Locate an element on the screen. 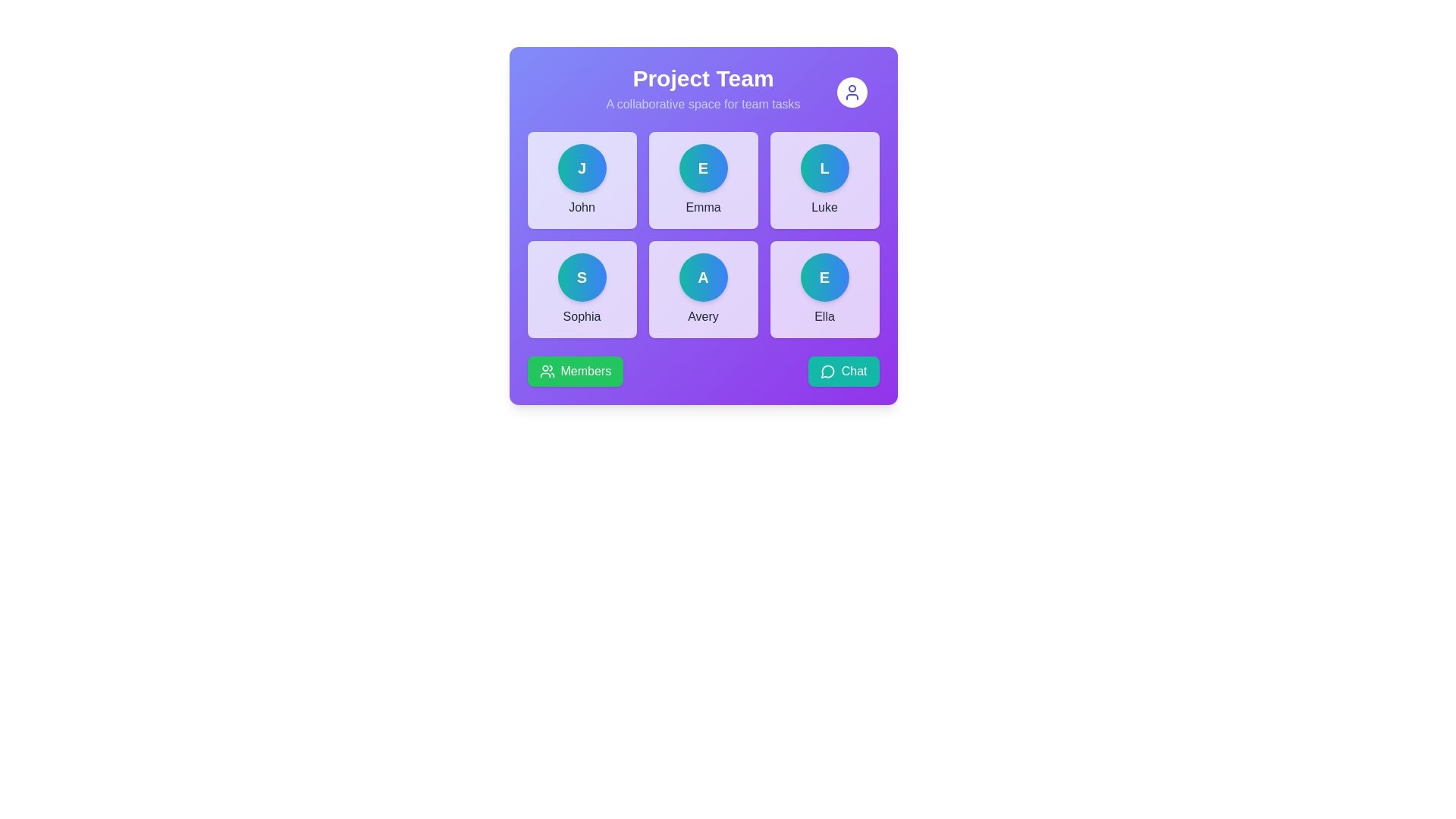 The height and width of the screenshot is (819, 1456). the circular avatar with a gradient background and the letter 'A' is located at coordinates (702, 278).